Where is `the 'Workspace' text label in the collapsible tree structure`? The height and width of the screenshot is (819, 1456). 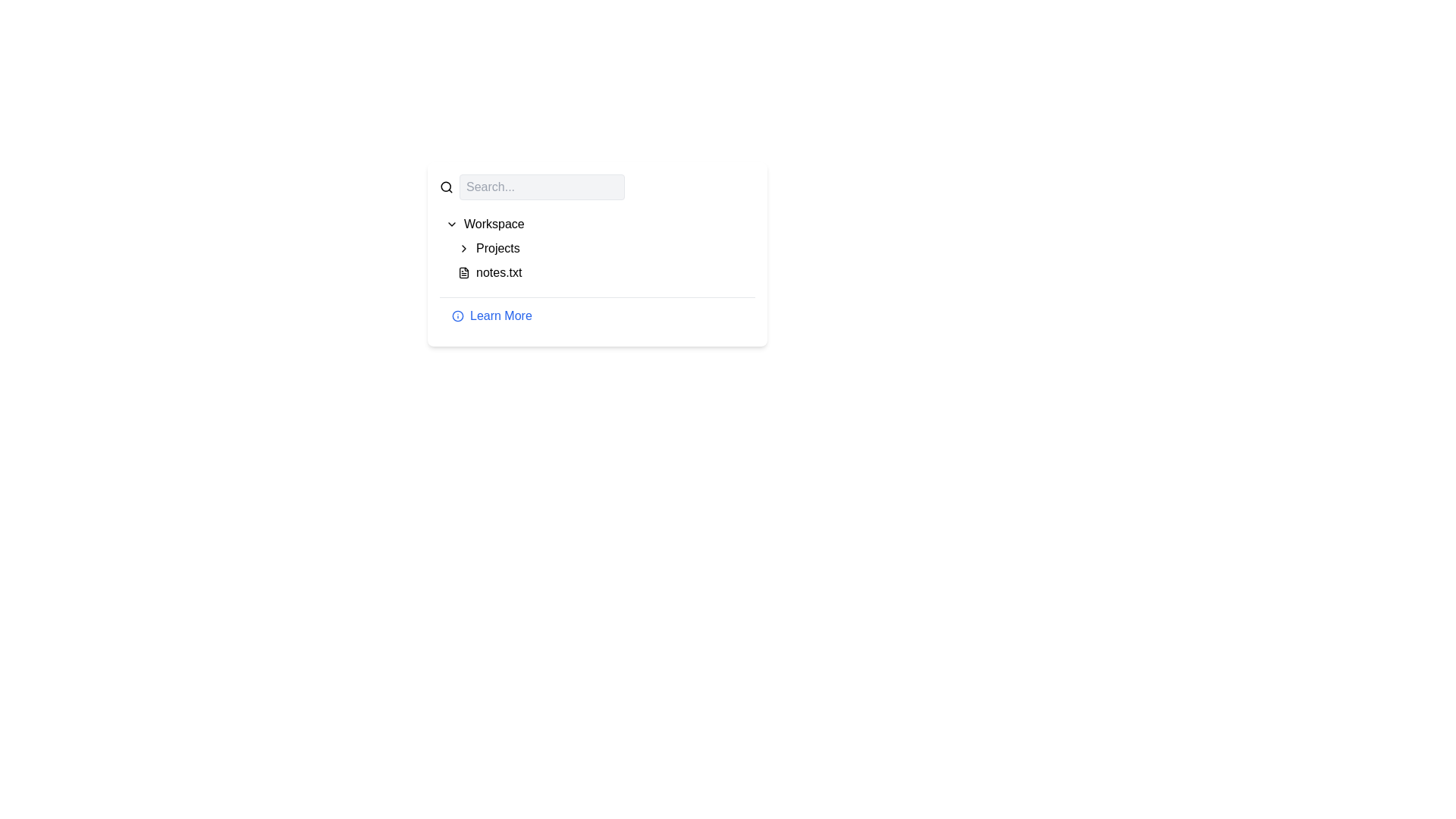 the 'Workspace' text label in the collapsible tree structure is located at coordinates (494, 224).